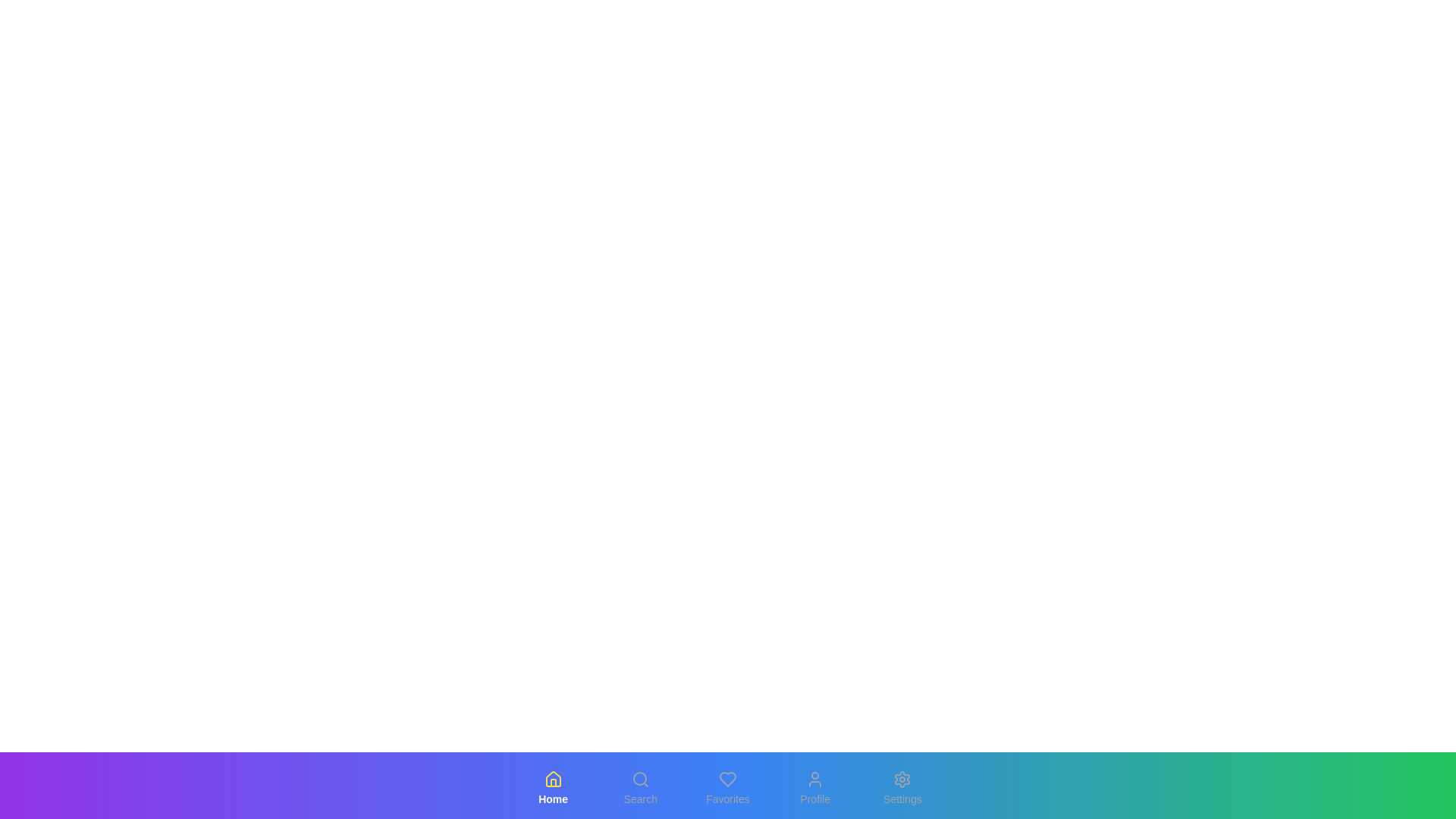 The image size is (1456, 819). What do you see at coordinates (902, 788) in the screenshot?
I see `the tab corresponding to Settings` at bounding box center [902, 788].